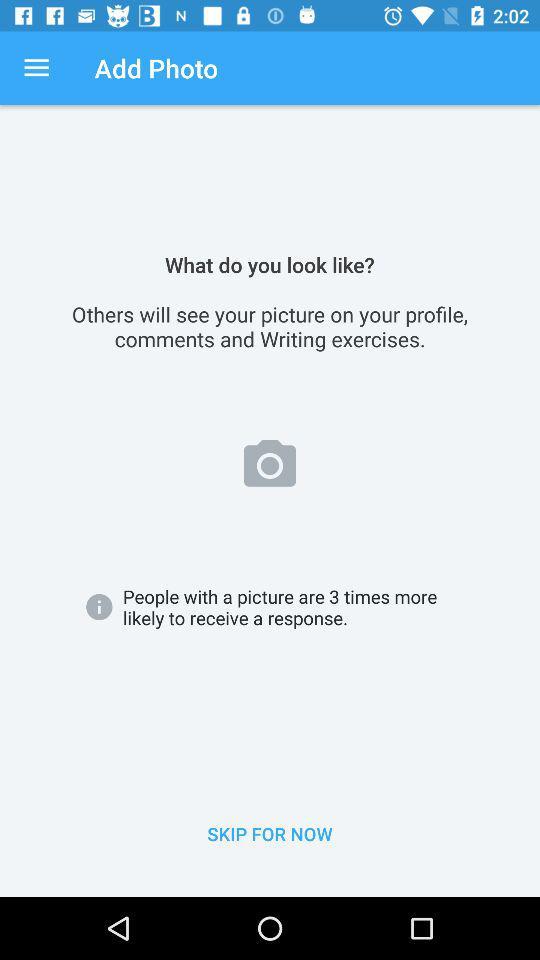 The width and height of the screenshot is (540, 960). I want to click on the icon below people with a item, so click(270, 834).